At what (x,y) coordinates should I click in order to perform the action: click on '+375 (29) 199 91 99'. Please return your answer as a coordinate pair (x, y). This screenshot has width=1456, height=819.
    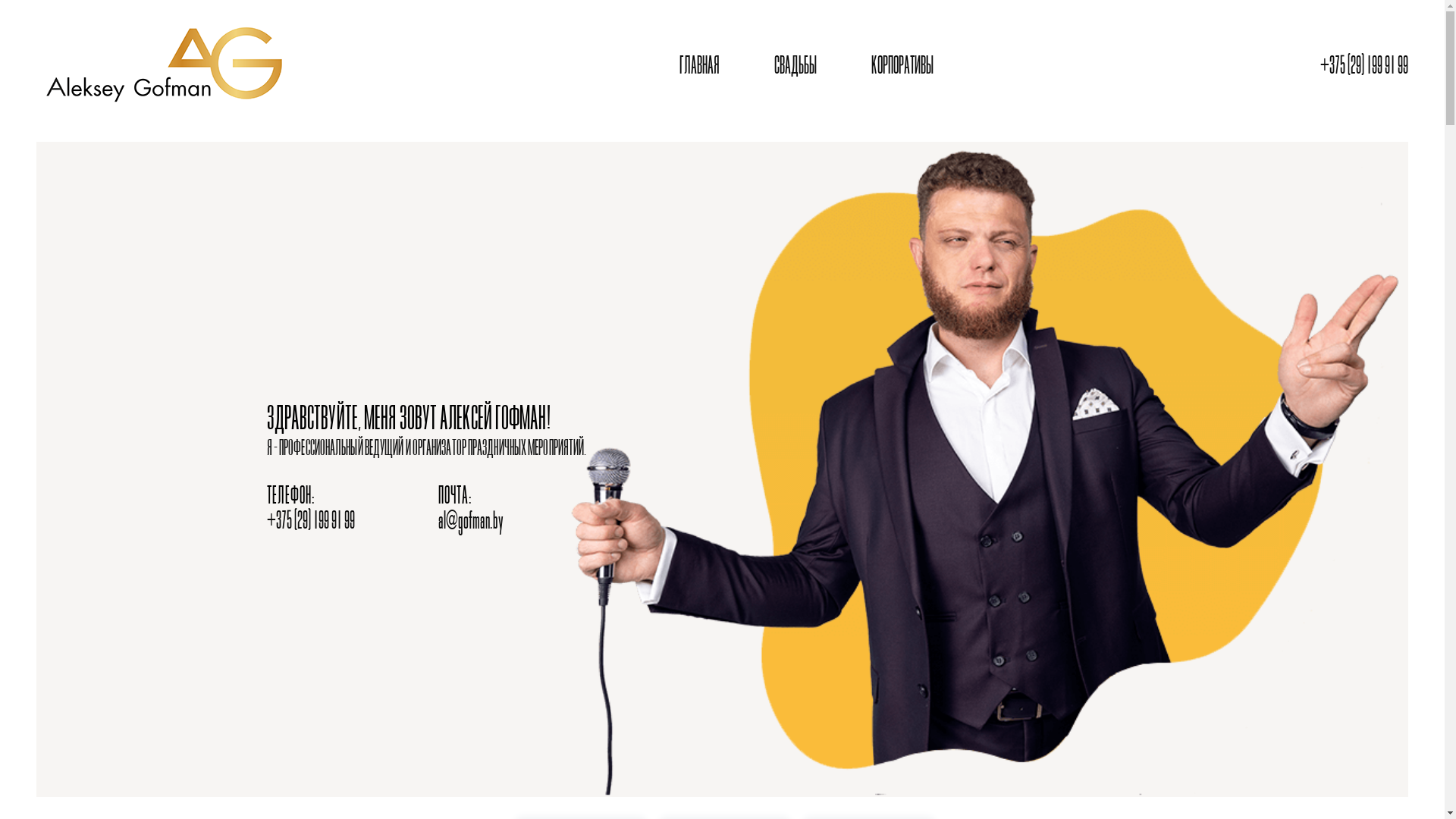
    Looking at the image, I should click on (309, 521).